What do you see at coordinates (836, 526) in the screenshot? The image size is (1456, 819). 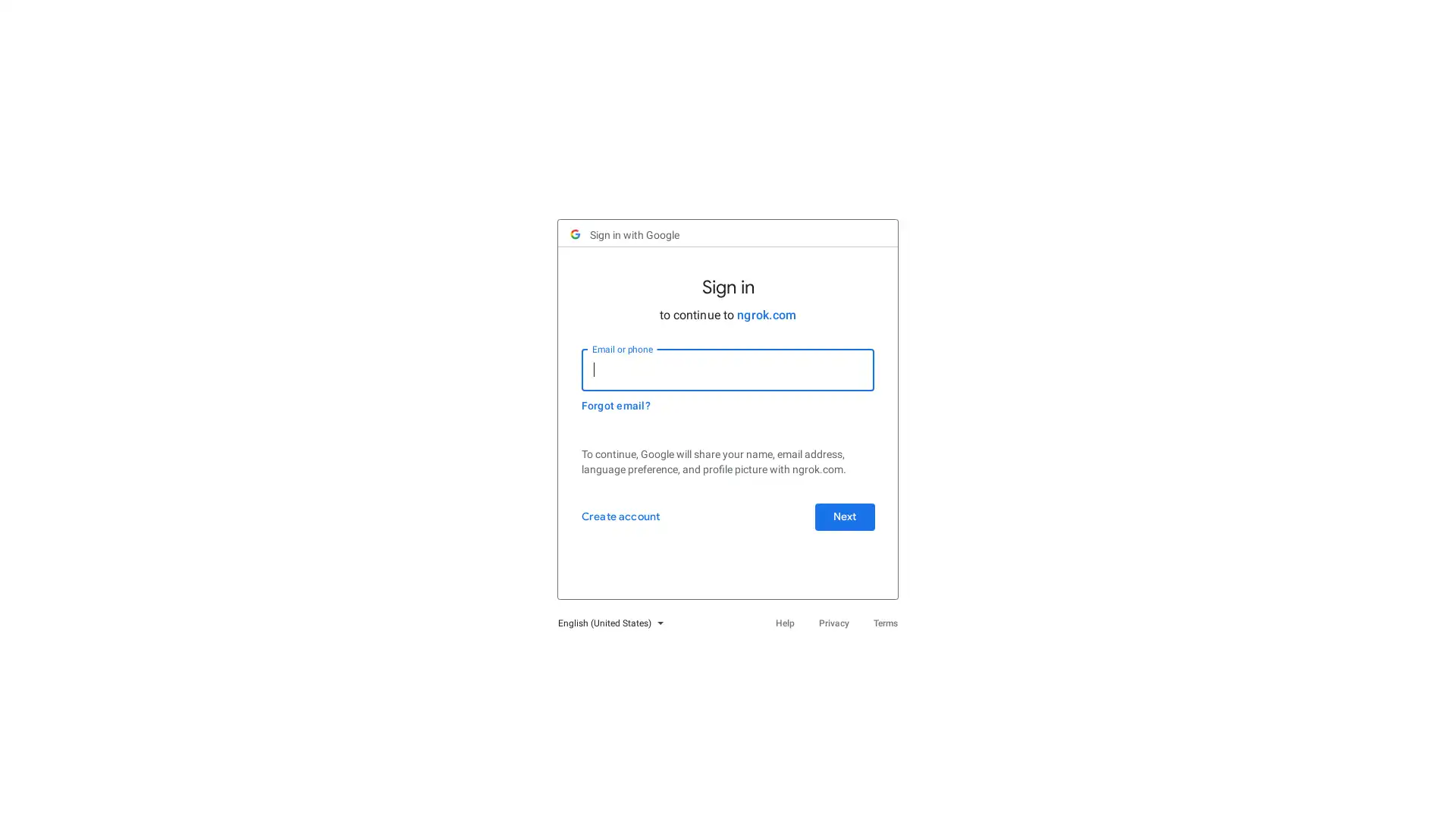 I see `Next` at bounding box center [836, 526].